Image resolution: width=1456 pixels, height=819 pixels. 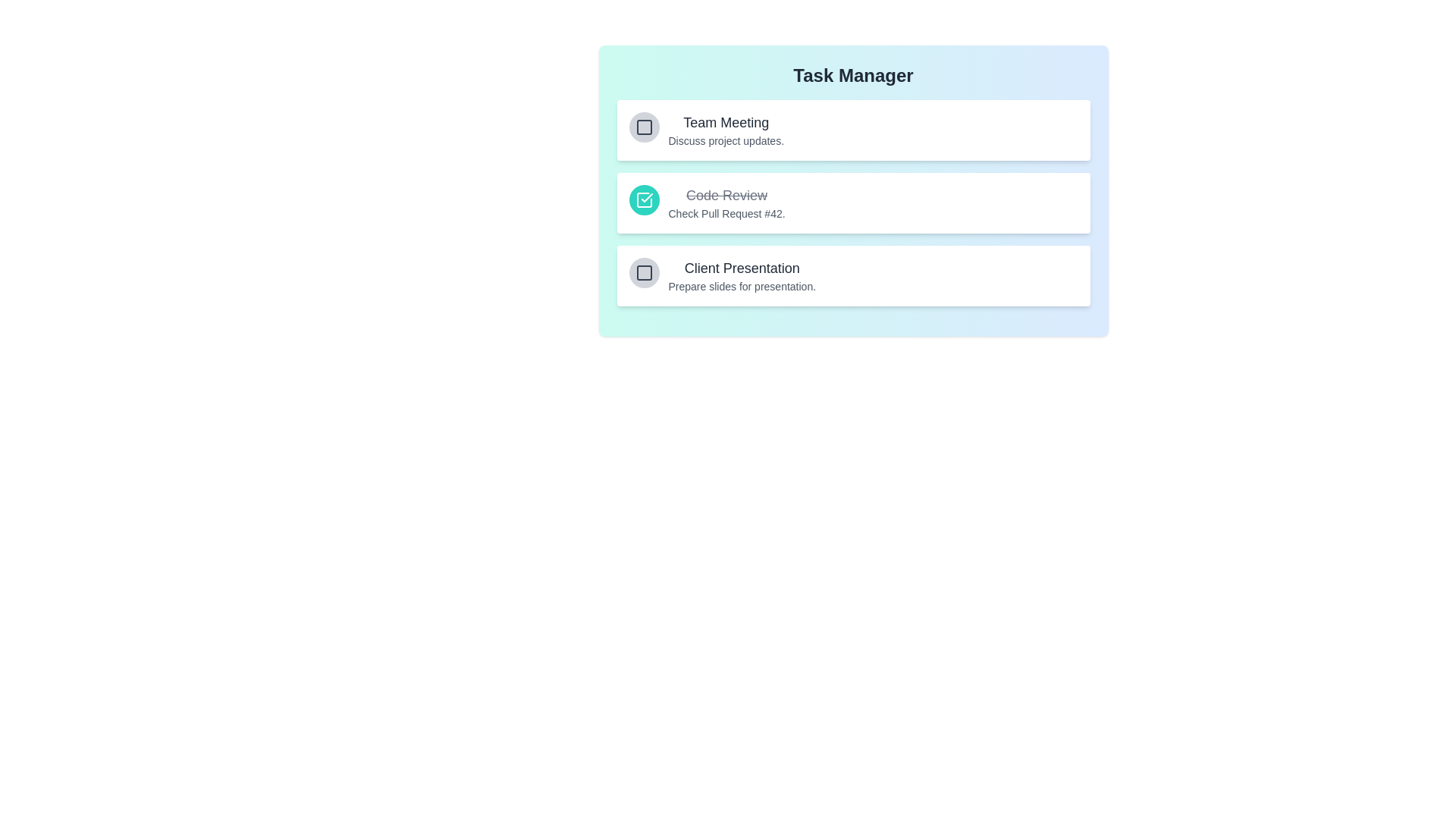 I want to click on the toggle button for the 'Team Meeting' task, so click(x=644, y=127).